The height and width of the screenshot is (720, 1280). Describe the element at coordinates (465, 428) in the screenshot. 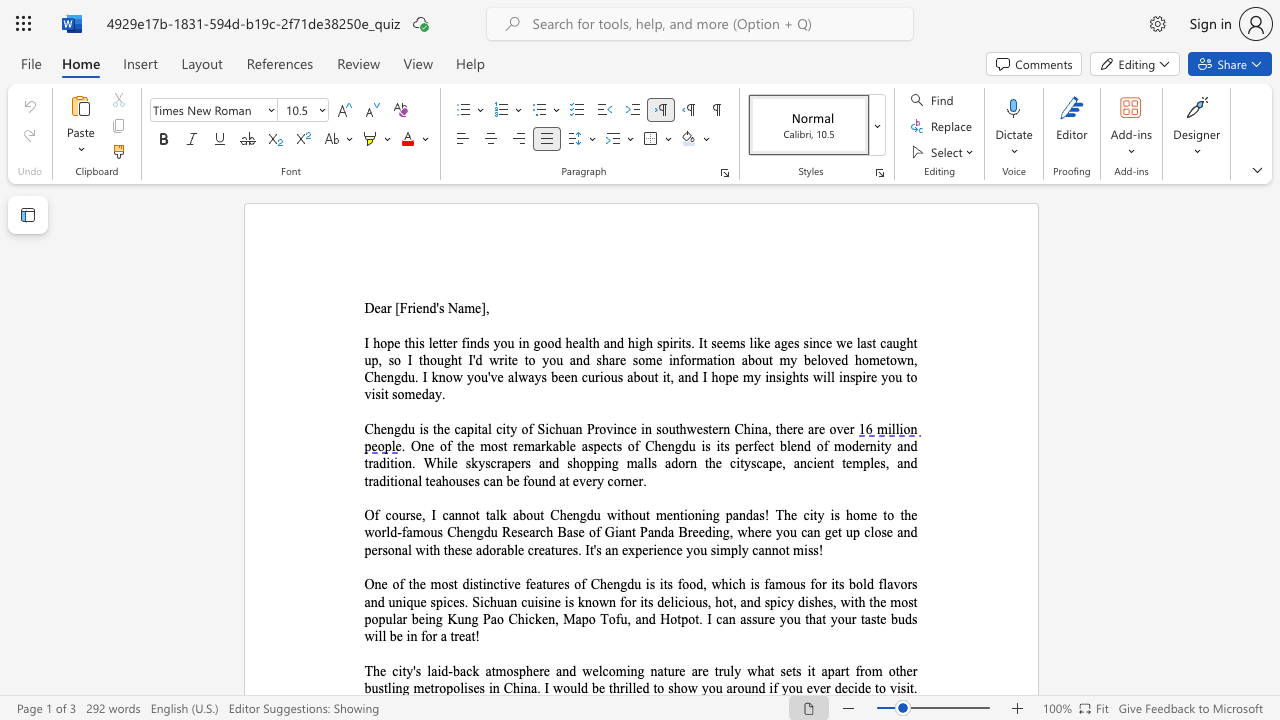

I see `the subset text "pital city of Sichuan Prov" within the text "Chengdu is the capital city of Sichuan Province in southwestern China, there are over"` at that location.